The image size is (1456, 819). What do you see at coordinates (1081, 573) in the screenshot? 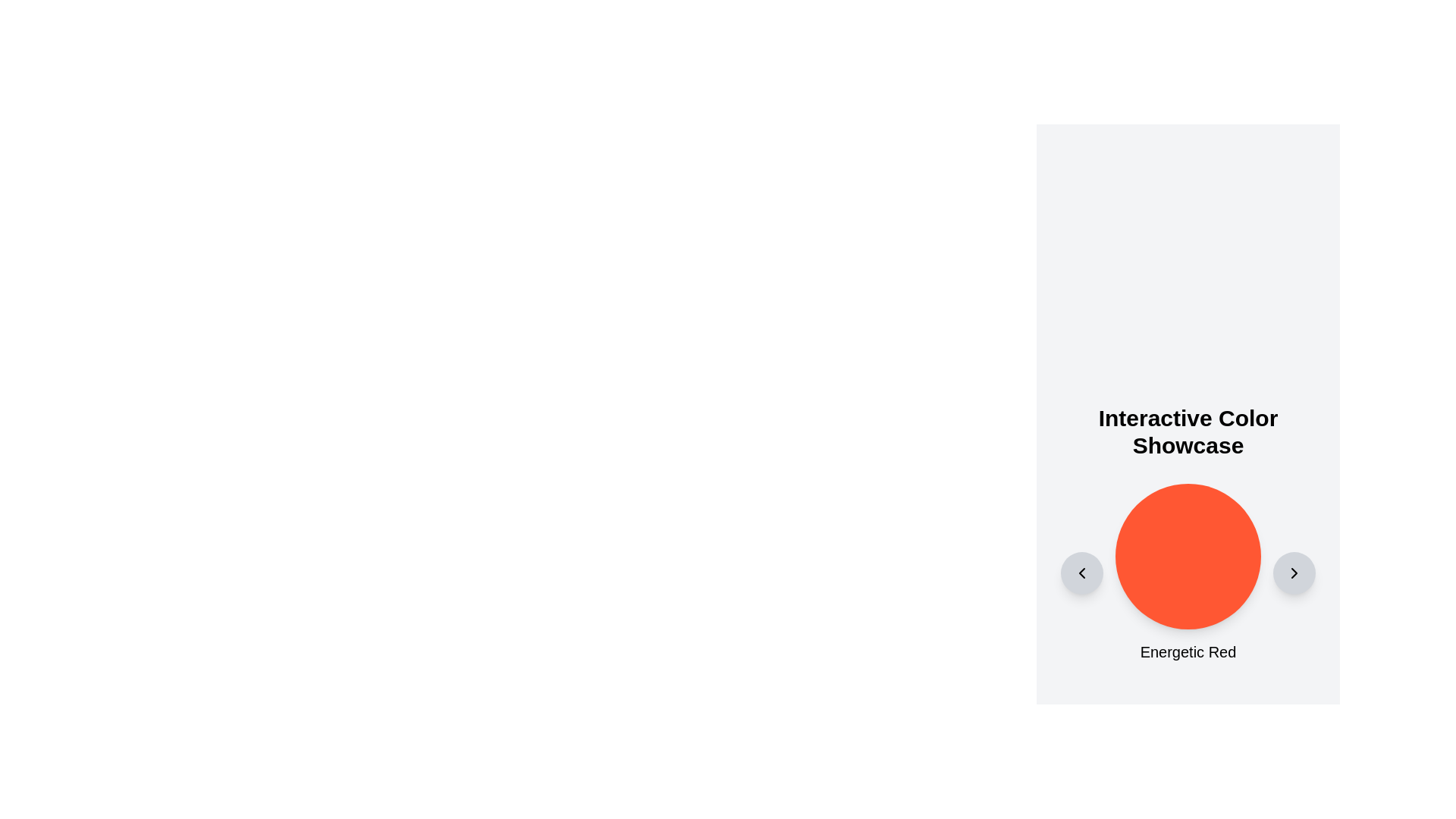
I see `the Chevron Icon within its circular button on the left side of the orange showcase` at bounding box center [1081, 573].